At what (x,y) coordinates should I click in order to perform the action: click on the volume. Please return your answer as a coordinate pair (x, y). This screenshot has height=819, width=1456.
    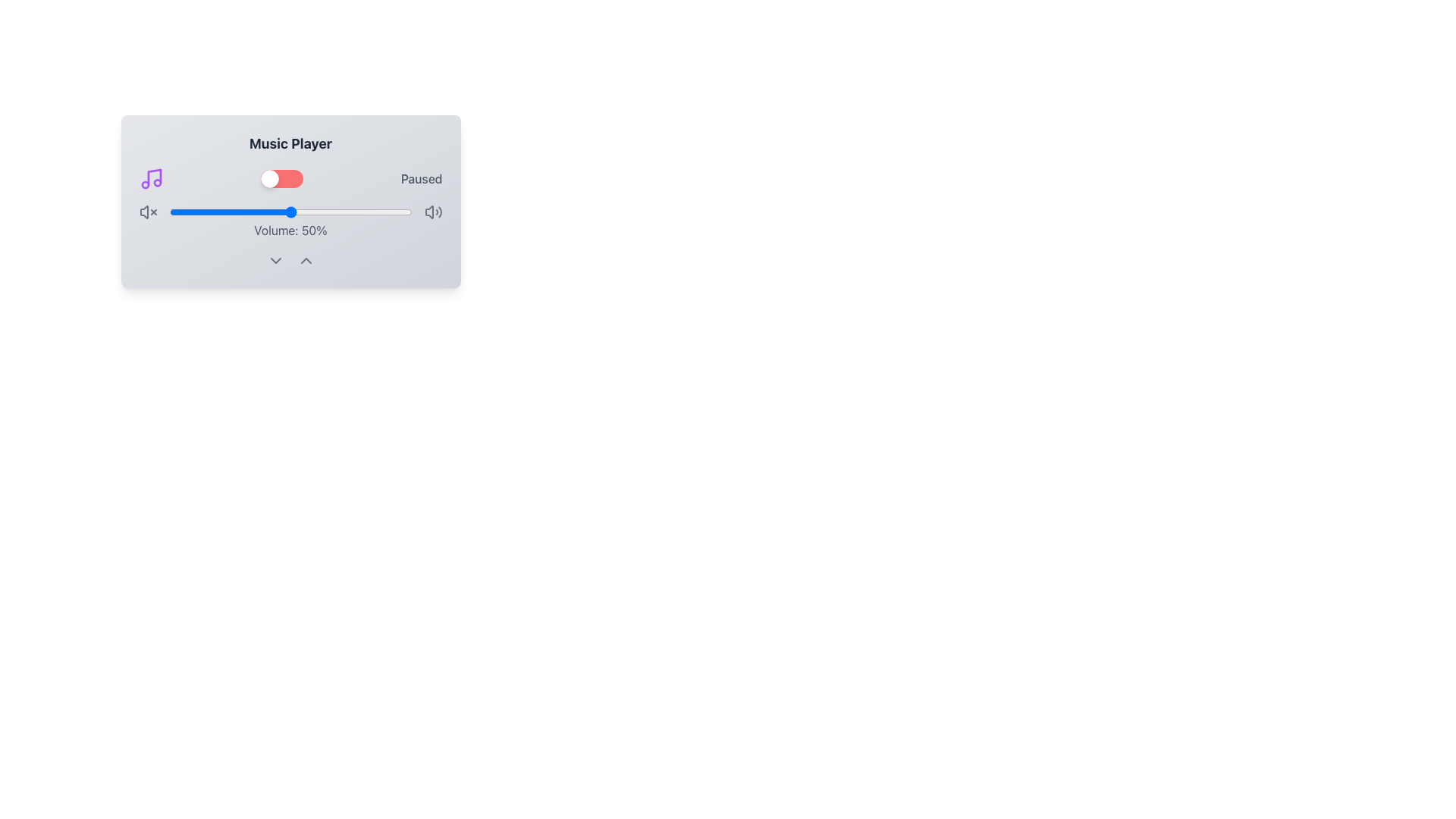
    Looking at the image, I should click on (244, 212).